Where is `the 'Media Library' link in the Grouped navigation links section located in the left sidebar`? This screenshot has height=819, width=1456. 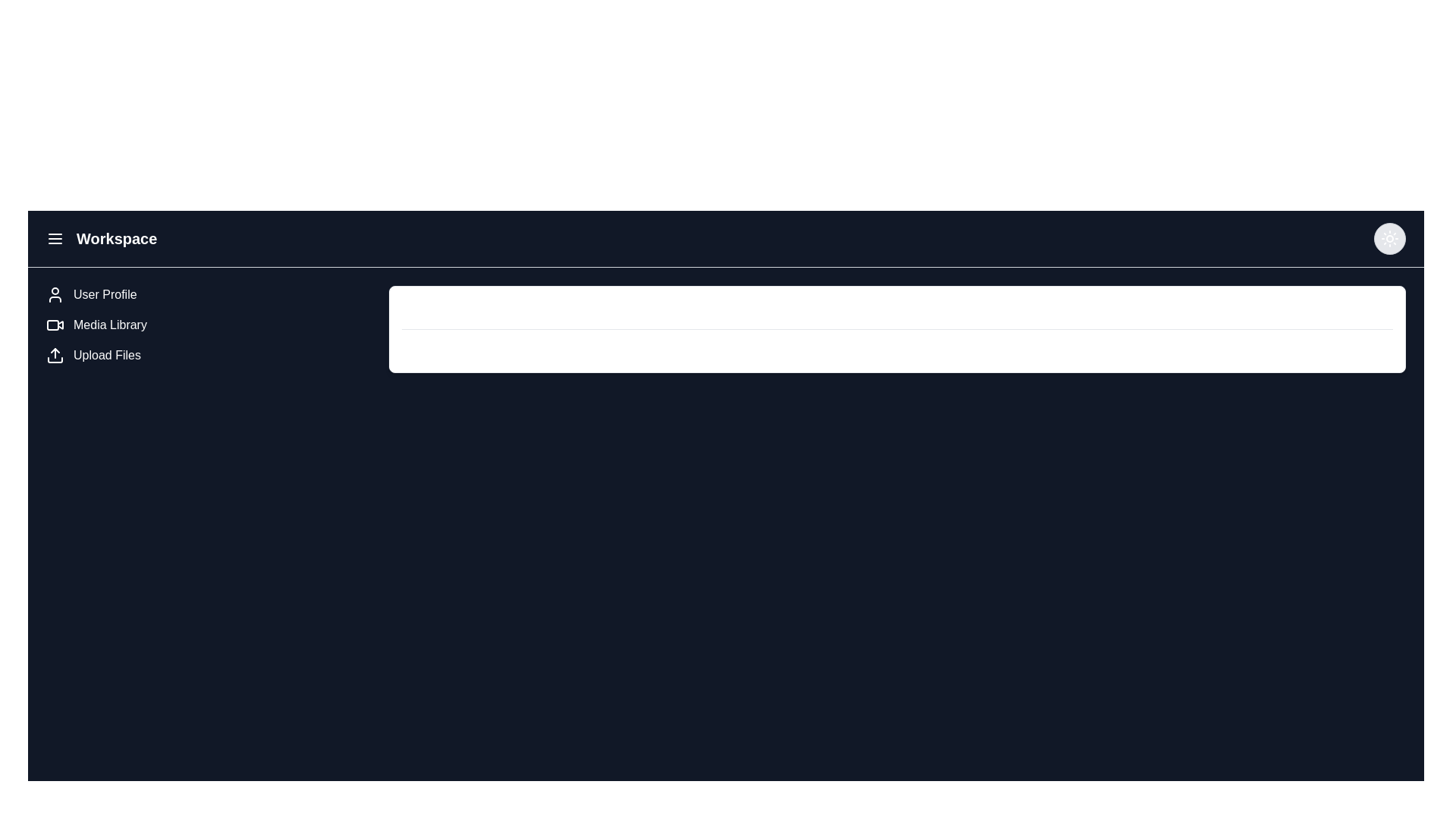 the 'Media Library' link in the Grouped navigation links section located in the left sidebar is located at coordinates (211, 328).